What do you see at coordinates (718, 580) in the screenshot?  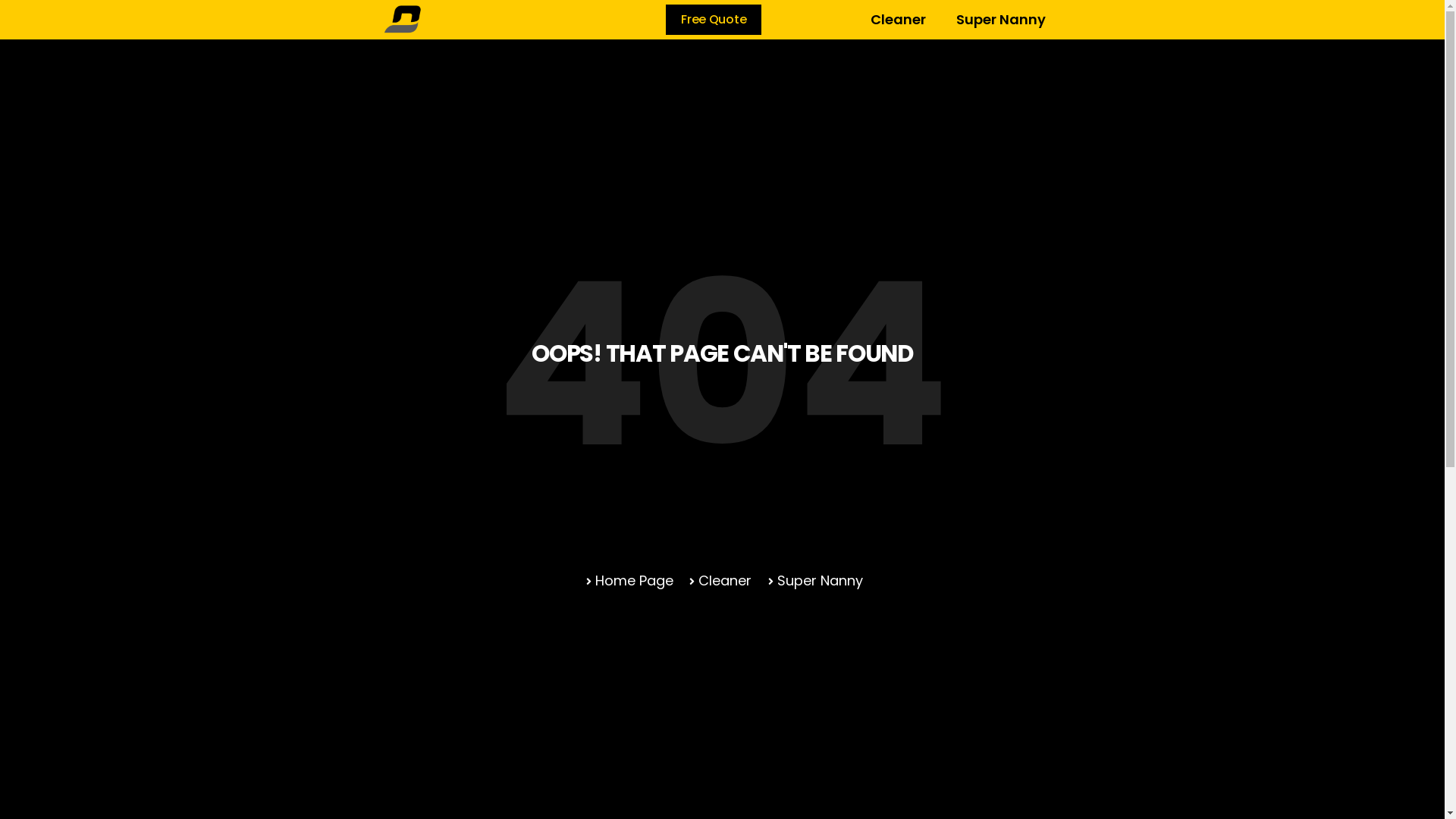 I see `'Cleaner'` at bounding box center [718, 580].